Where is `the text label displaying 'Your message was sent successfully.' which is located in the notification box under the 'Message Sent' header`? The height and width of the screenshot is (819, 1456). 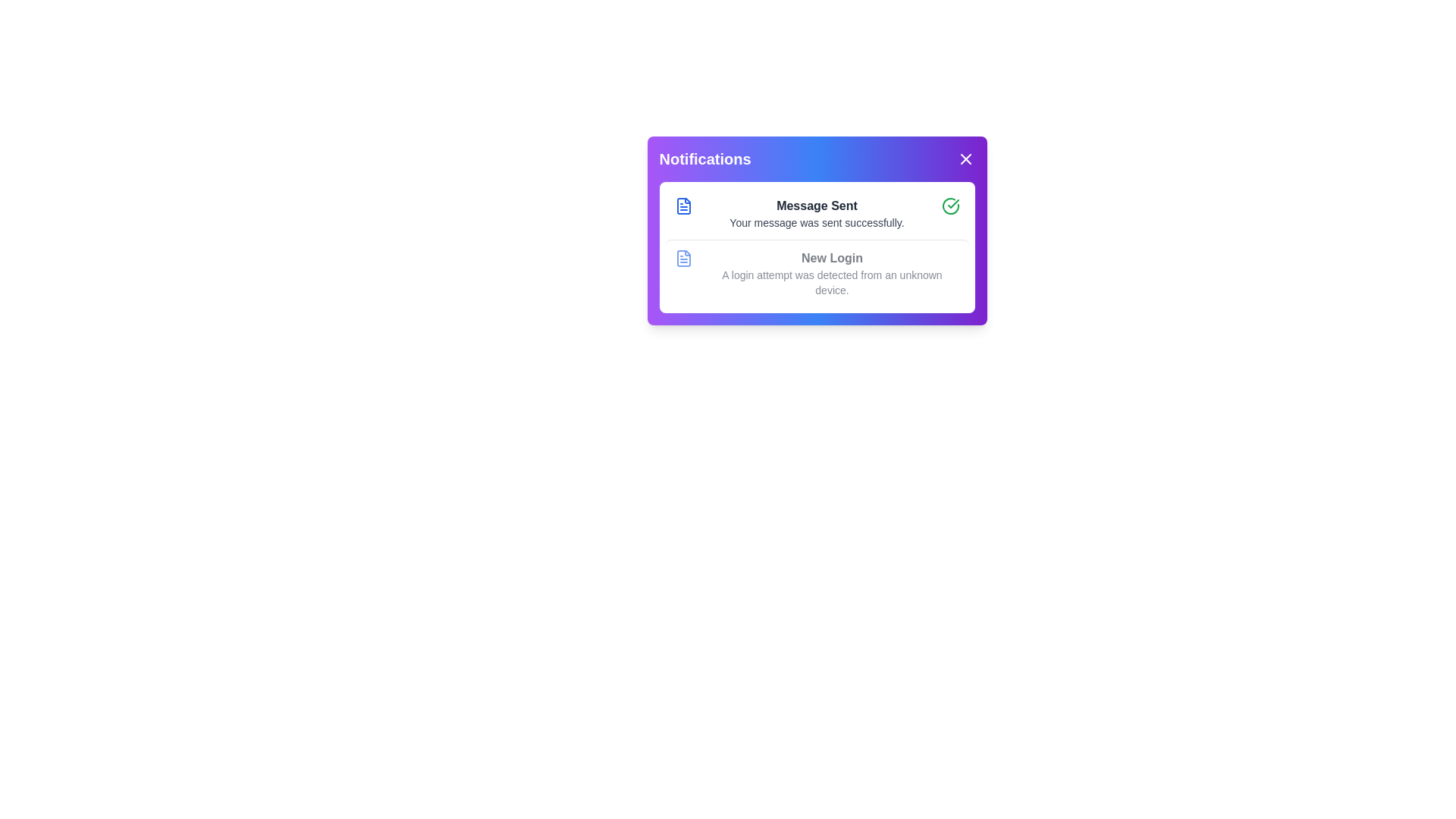 the text label displaying 'Your message was sent successfully.' which is located in the notification box under the 'Message Sent' header is located at coordinates (816, 222).